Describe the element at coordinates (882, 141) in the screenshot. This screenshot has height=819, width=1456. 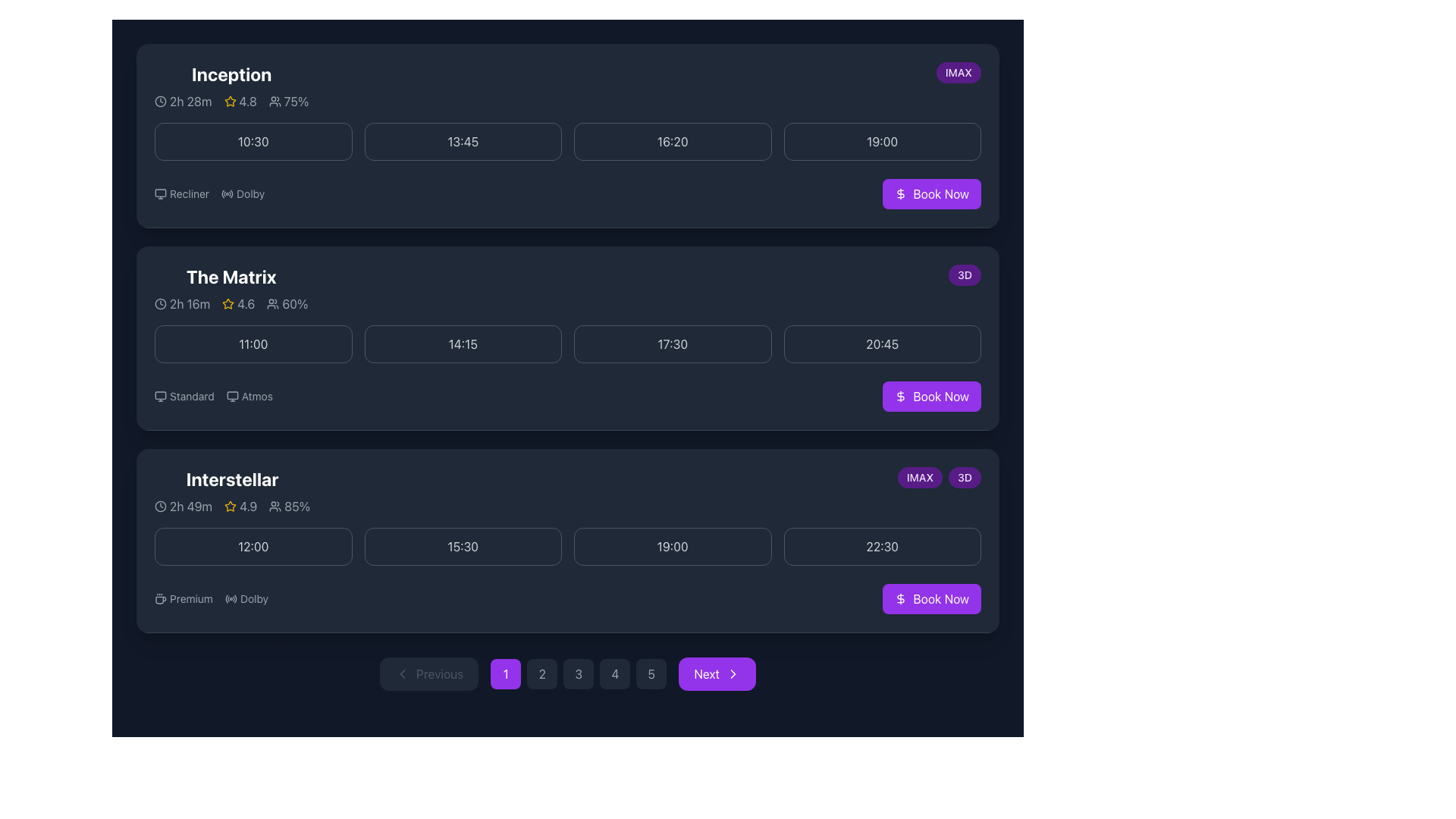
I see `the fourth button in the row of time selection buttons` at that location.